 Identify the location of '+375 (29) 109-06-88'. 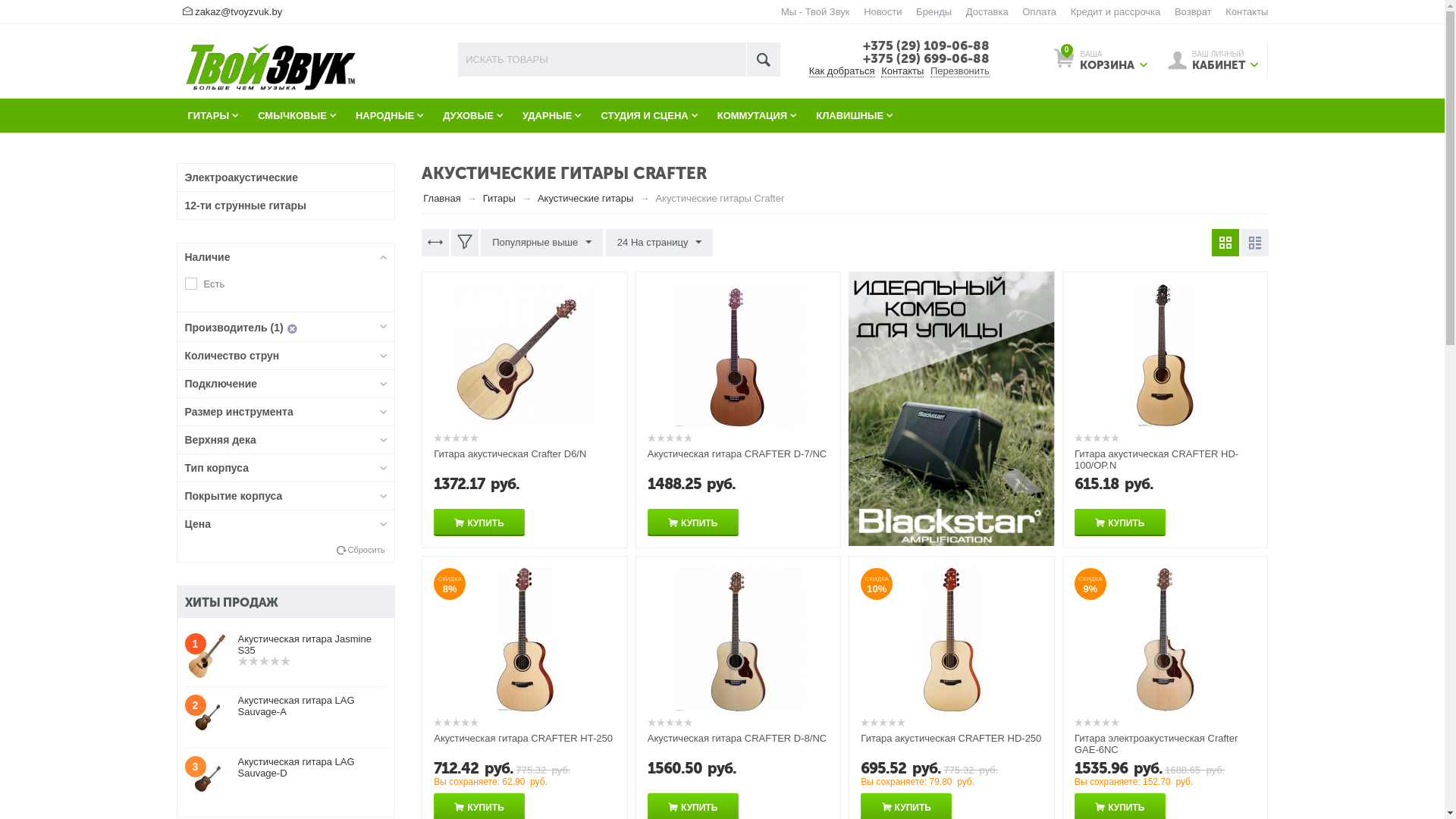
(925, 45).